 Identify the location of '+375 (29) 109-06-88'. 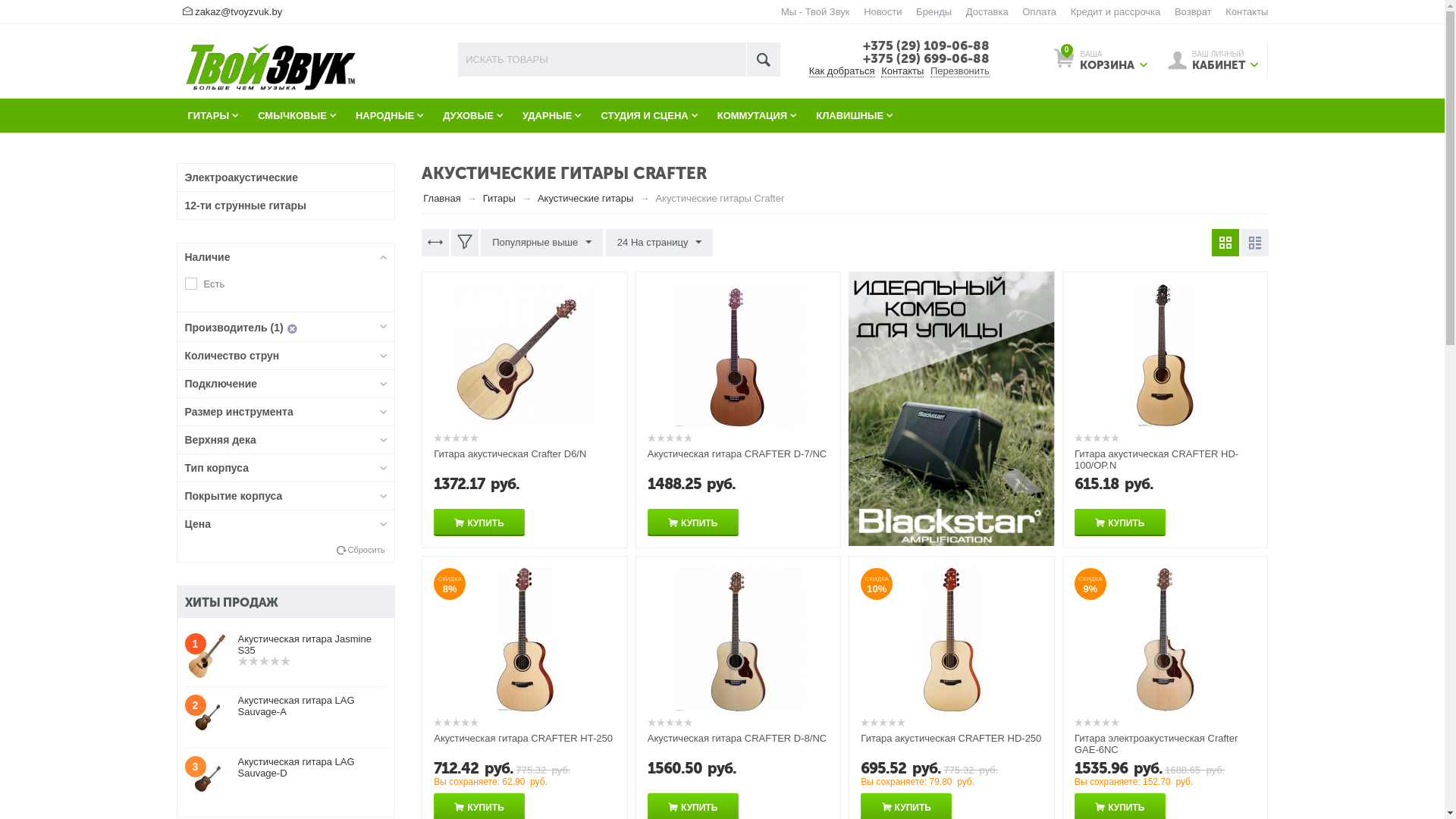
(925, 45).